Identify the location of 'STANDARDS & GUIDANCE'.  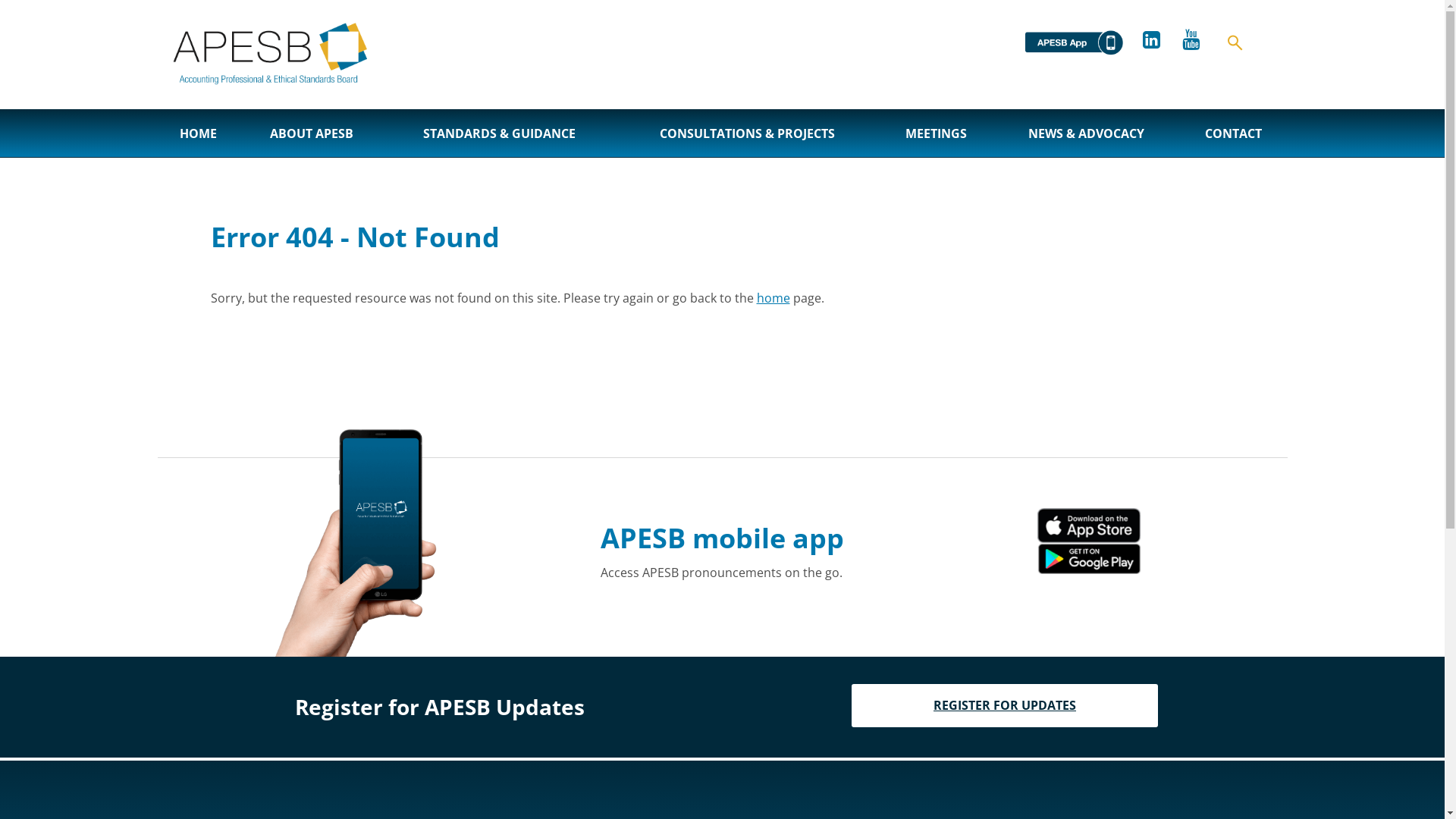
(499, 133).